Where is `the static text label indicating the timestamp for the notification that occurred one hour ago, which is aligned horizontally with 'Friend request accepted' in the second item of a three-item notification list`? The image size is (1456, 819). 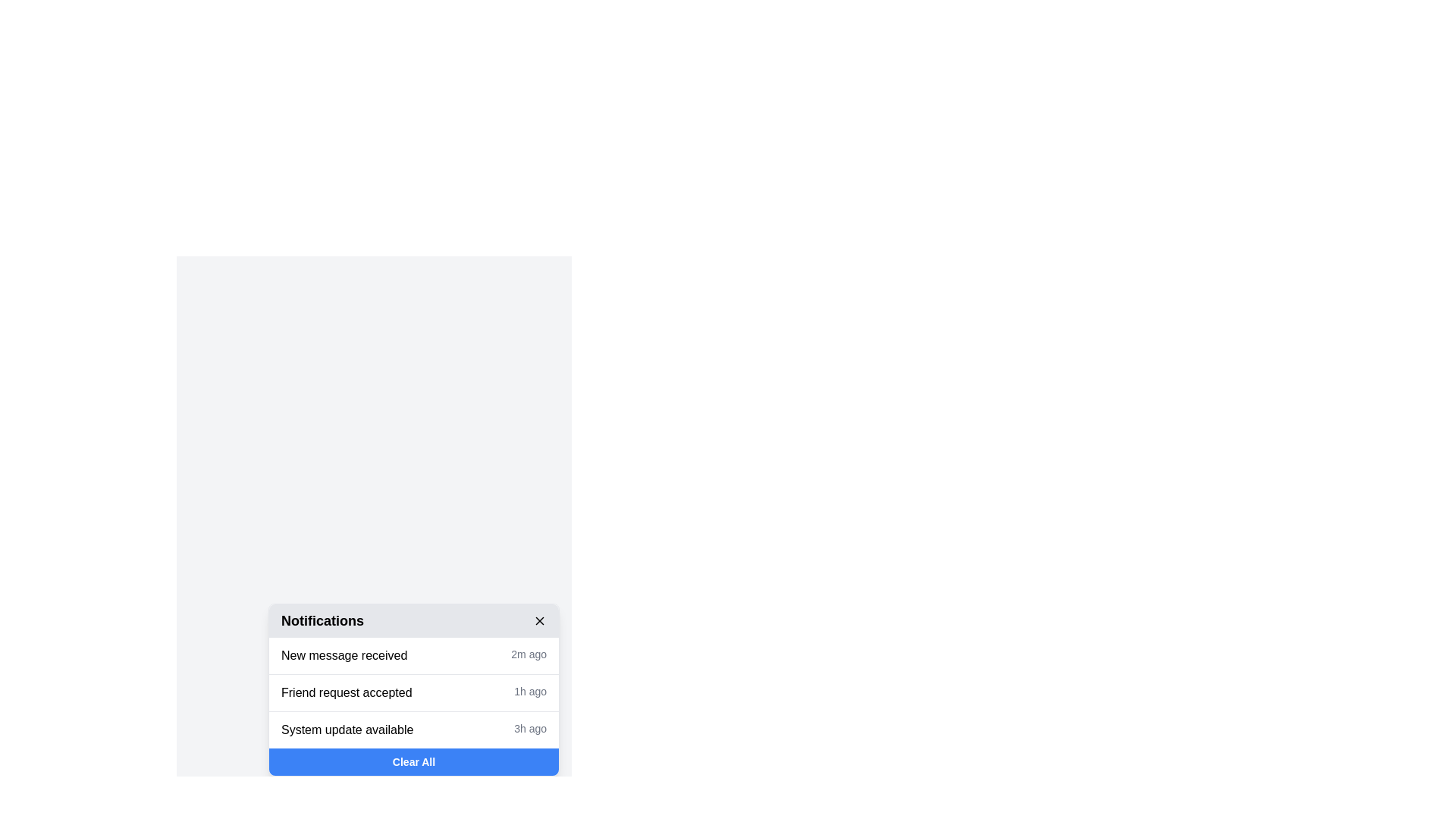
the static text label indicating the timestamp for the notification that occurred one hour ago, which is aligned horizontally with 'Friend request accepted' in the second item of a three-item notification list is located at coordinates (530, 693).